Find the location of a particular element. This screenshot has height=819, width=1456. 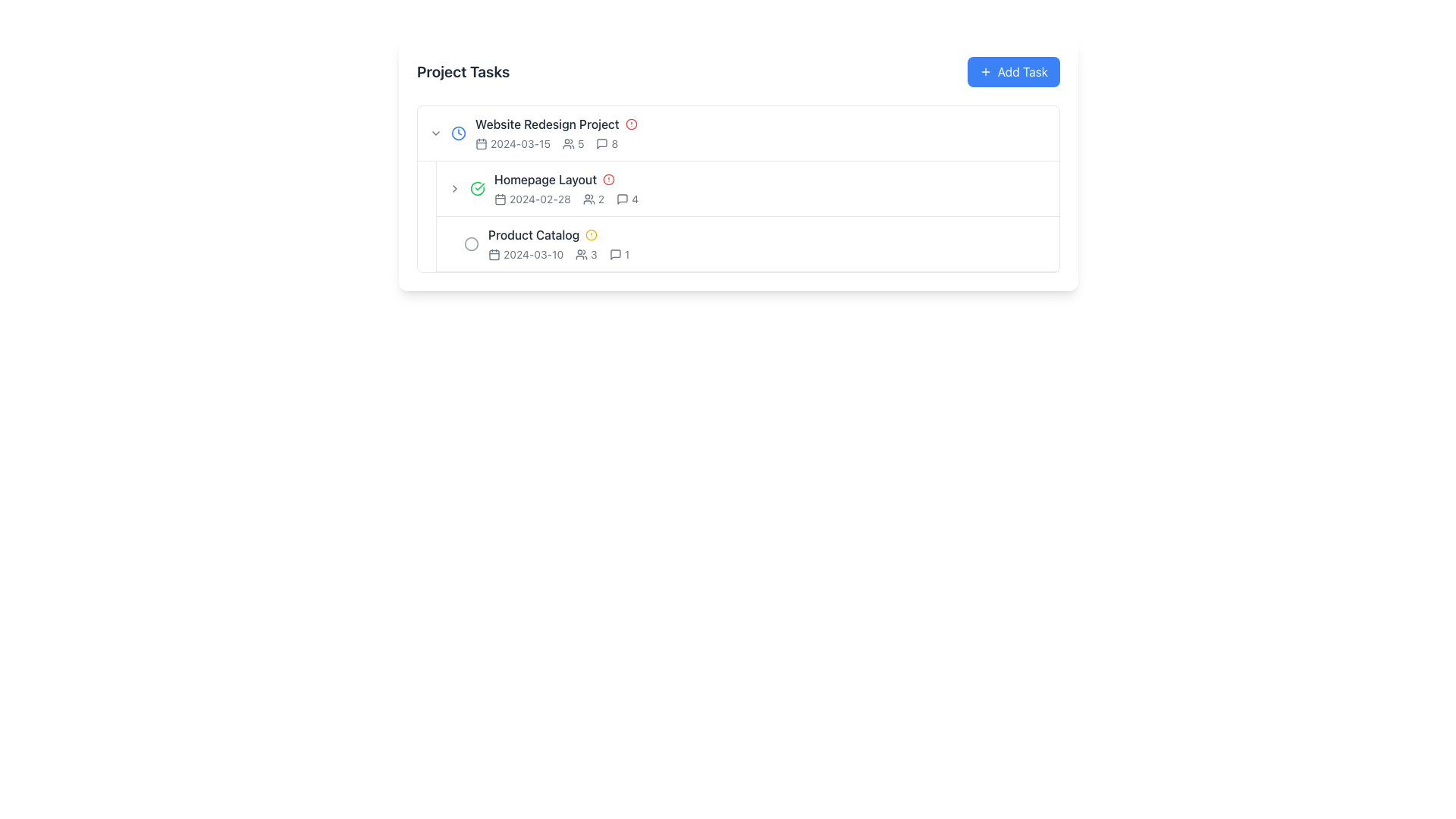

the green checkmark icon indicating the completed status of the 'Homepage Layout' task in the 'Project Tasks' interface is located at coordinates (476, 188).